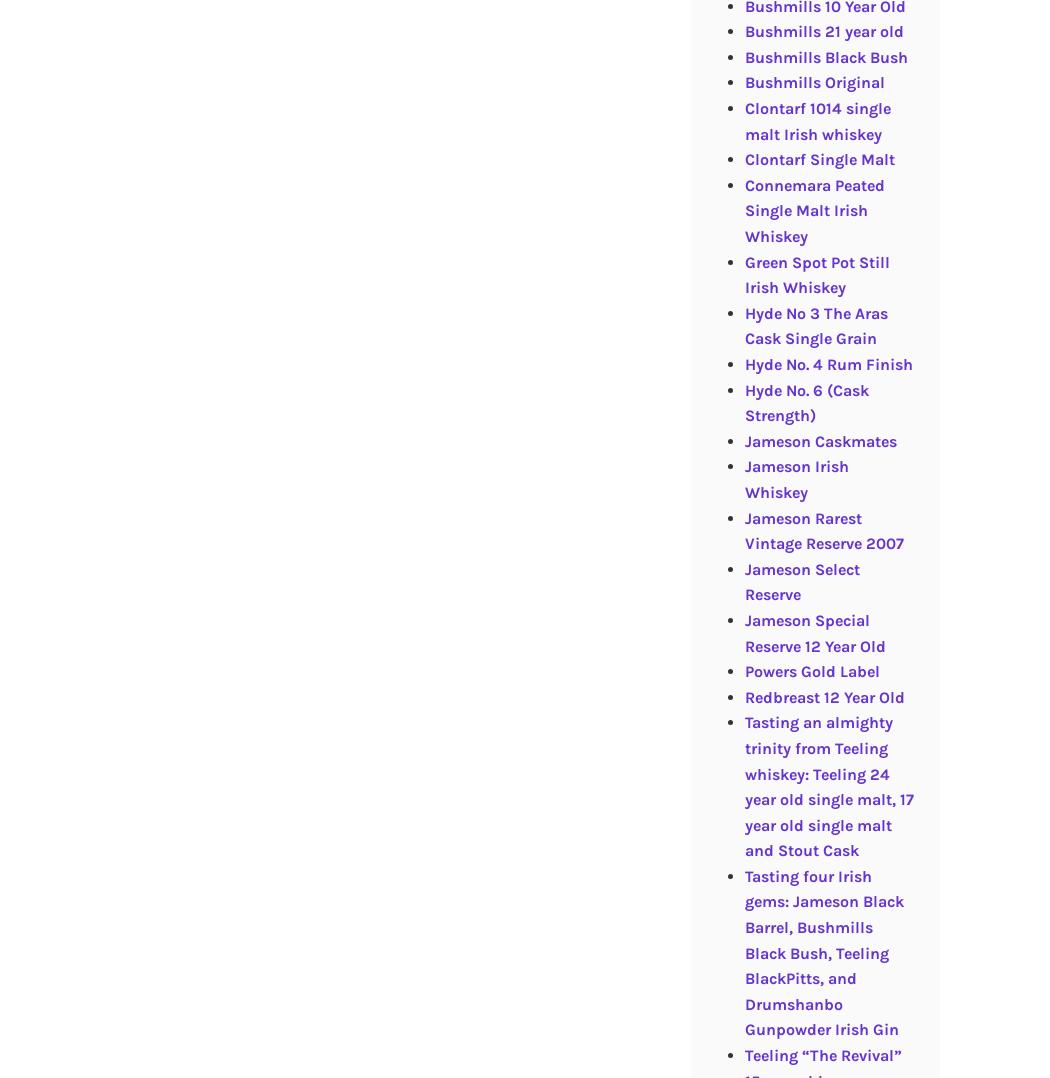  Describe the element at coordinates (819, 440) in the screenshot. I see `'Jameson Caskmates'` at that location.